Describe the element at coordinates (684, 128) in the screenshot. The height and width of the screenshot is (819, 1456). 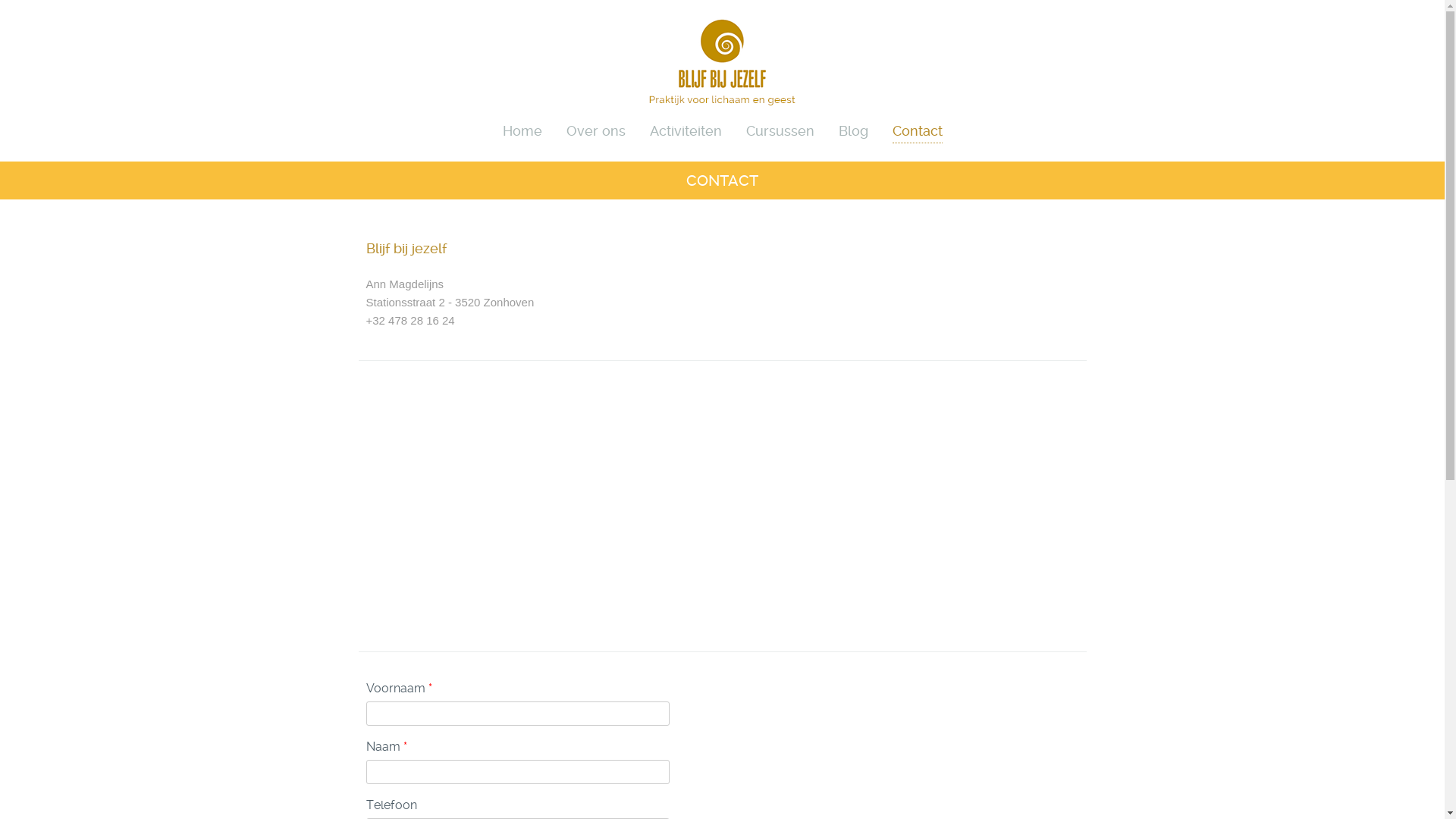
I see `'Activiteiten'` at that location.